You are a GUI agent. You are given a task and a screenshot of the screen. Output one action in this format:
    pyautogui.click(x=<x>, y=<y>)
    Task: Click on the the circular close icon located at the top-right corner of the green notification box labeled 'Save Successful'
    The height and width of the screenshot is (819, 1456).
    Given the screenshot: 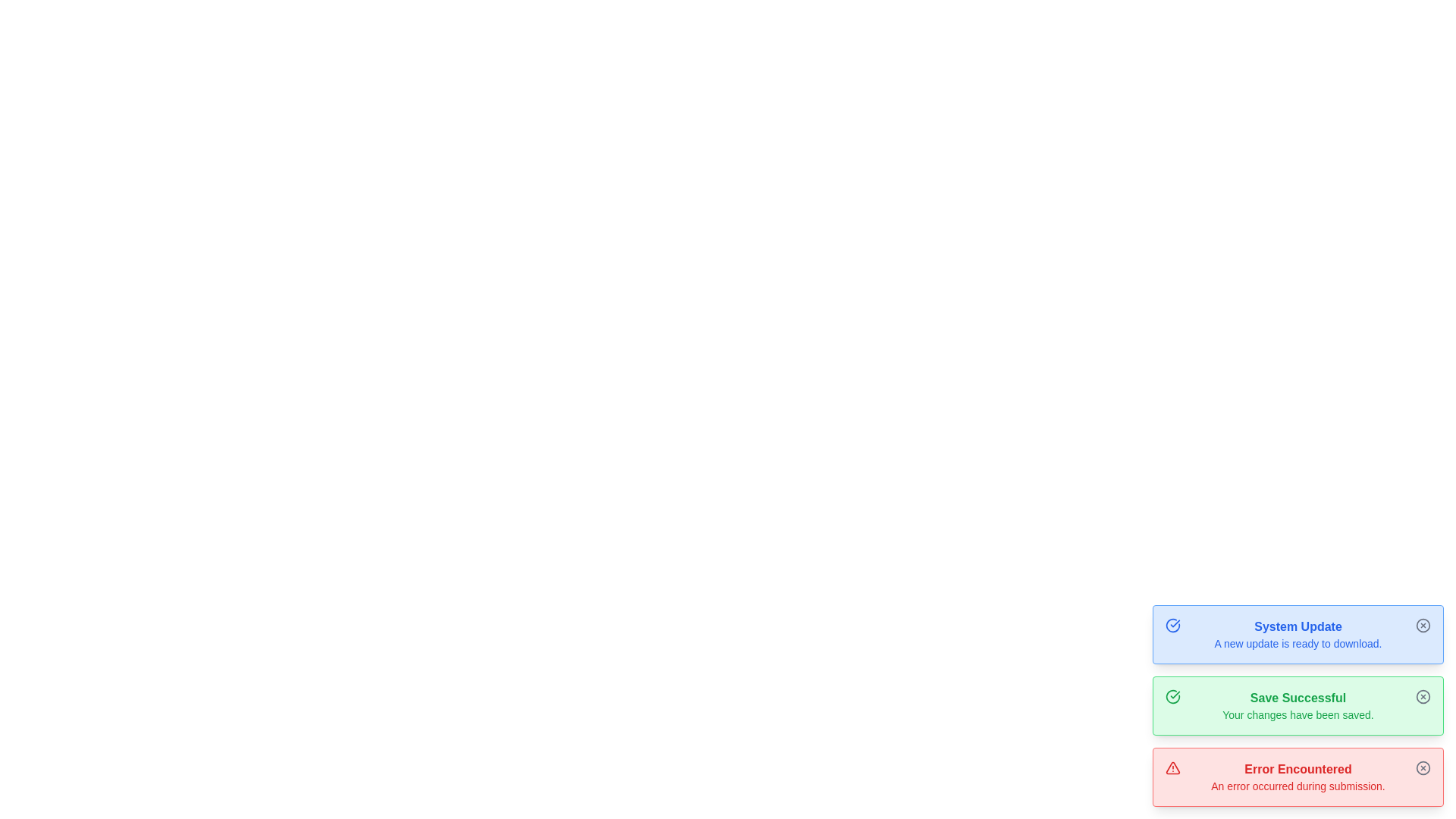 What is the action you would take?
    pyautogui.click(x=1422, y=696)
    